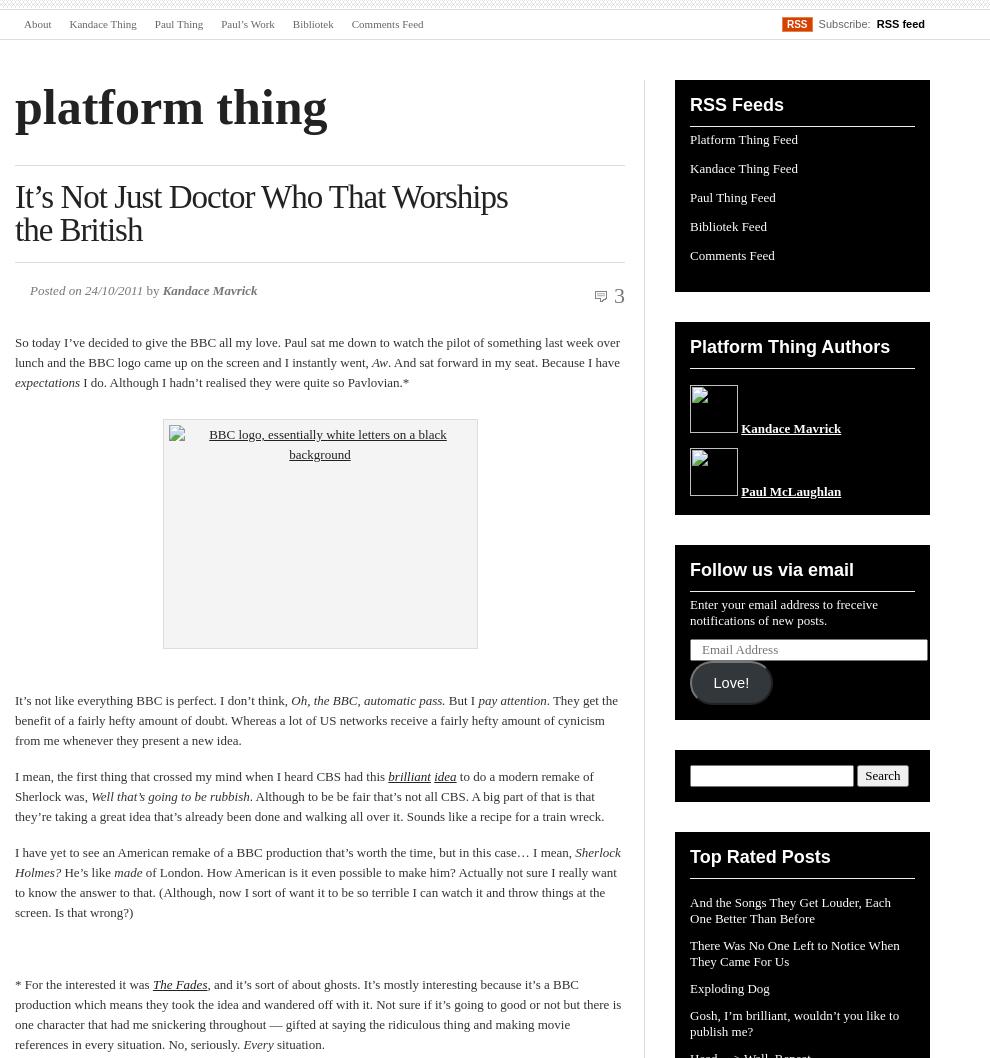 The height and width of the screenshot is (1058, 990). What do you see at coordinates (690, 138) in the screenshot?
I see `'Platform Thing Feed'` at bounding box center [690, 138].